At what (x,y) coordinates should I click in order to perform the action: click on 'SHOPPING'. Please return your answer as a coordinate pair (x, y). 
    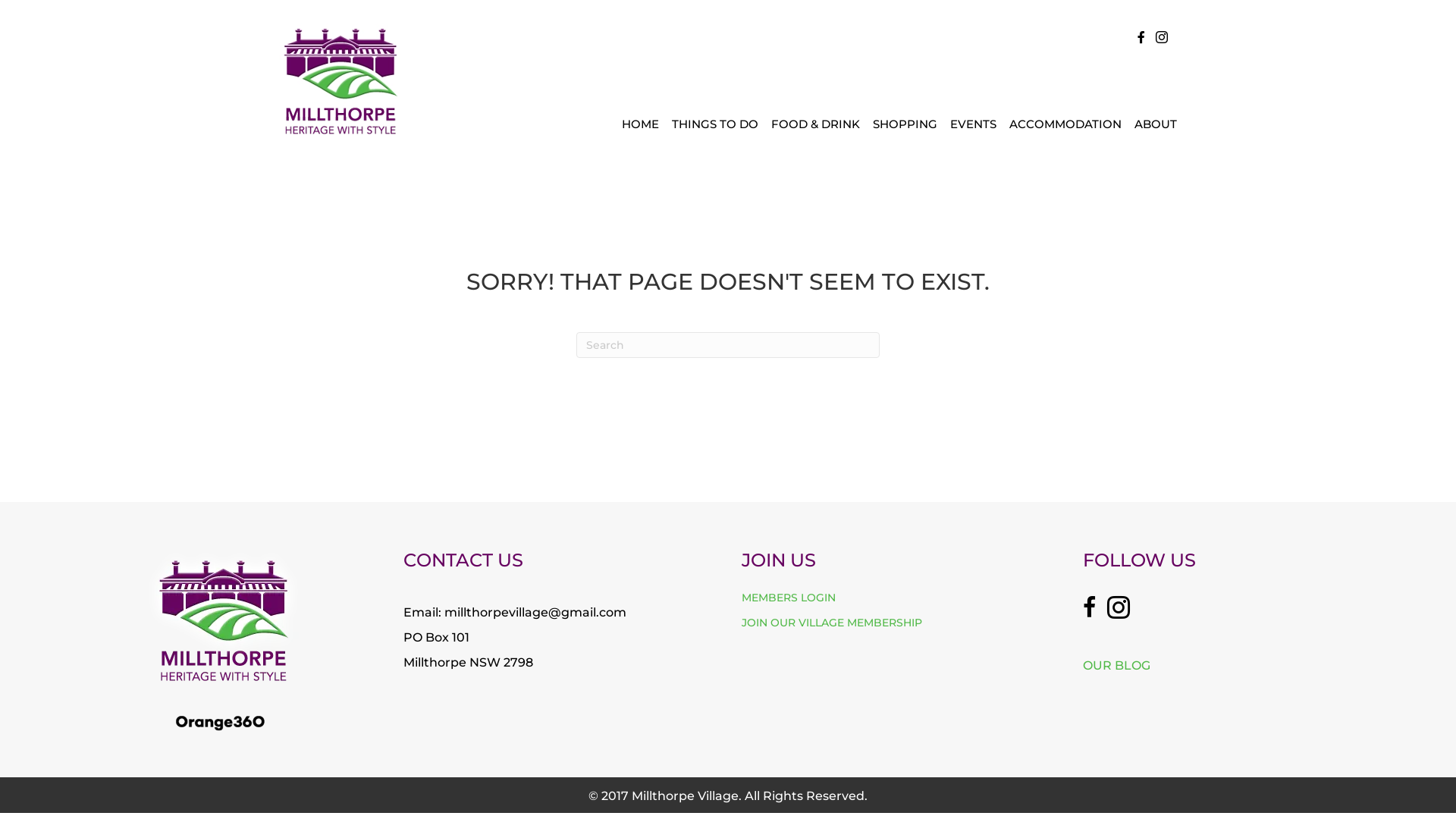
    Looking at the image, I should click on (905, 123).